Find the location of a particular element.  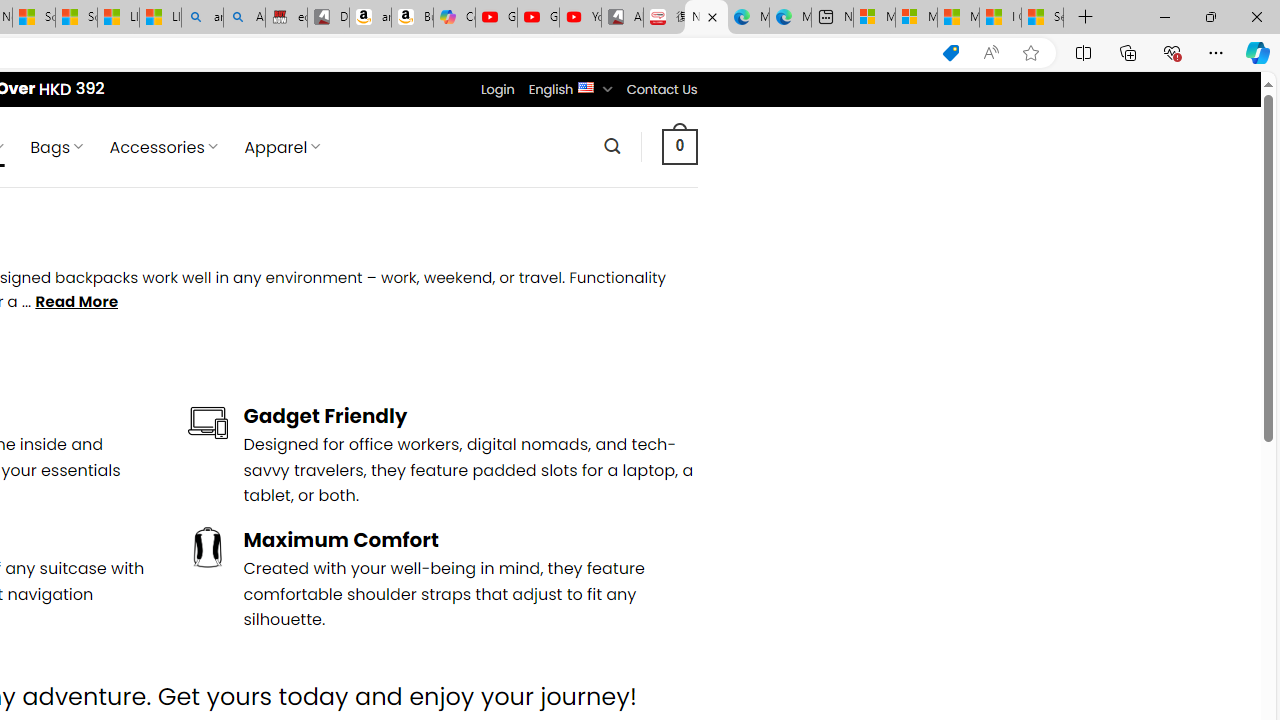

'Login' is located at coordinates (497, 88).